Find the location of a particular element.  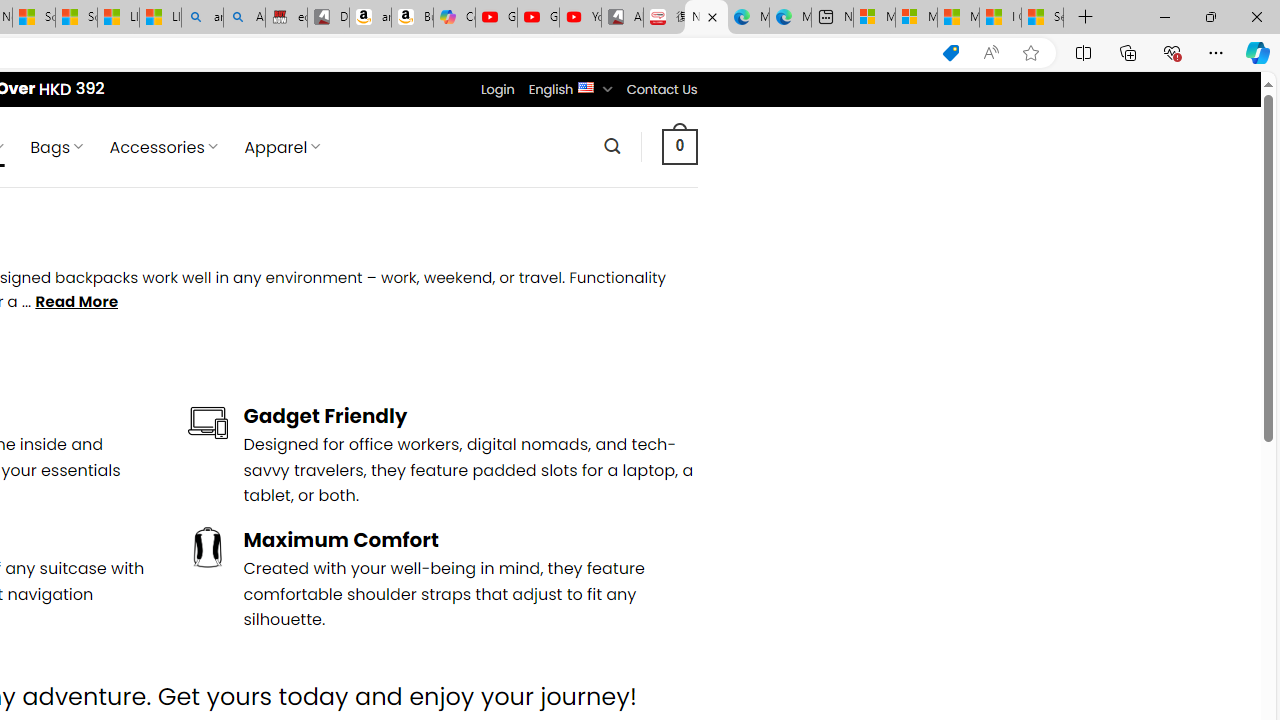

'Login' is located at coordinates (497, 88).